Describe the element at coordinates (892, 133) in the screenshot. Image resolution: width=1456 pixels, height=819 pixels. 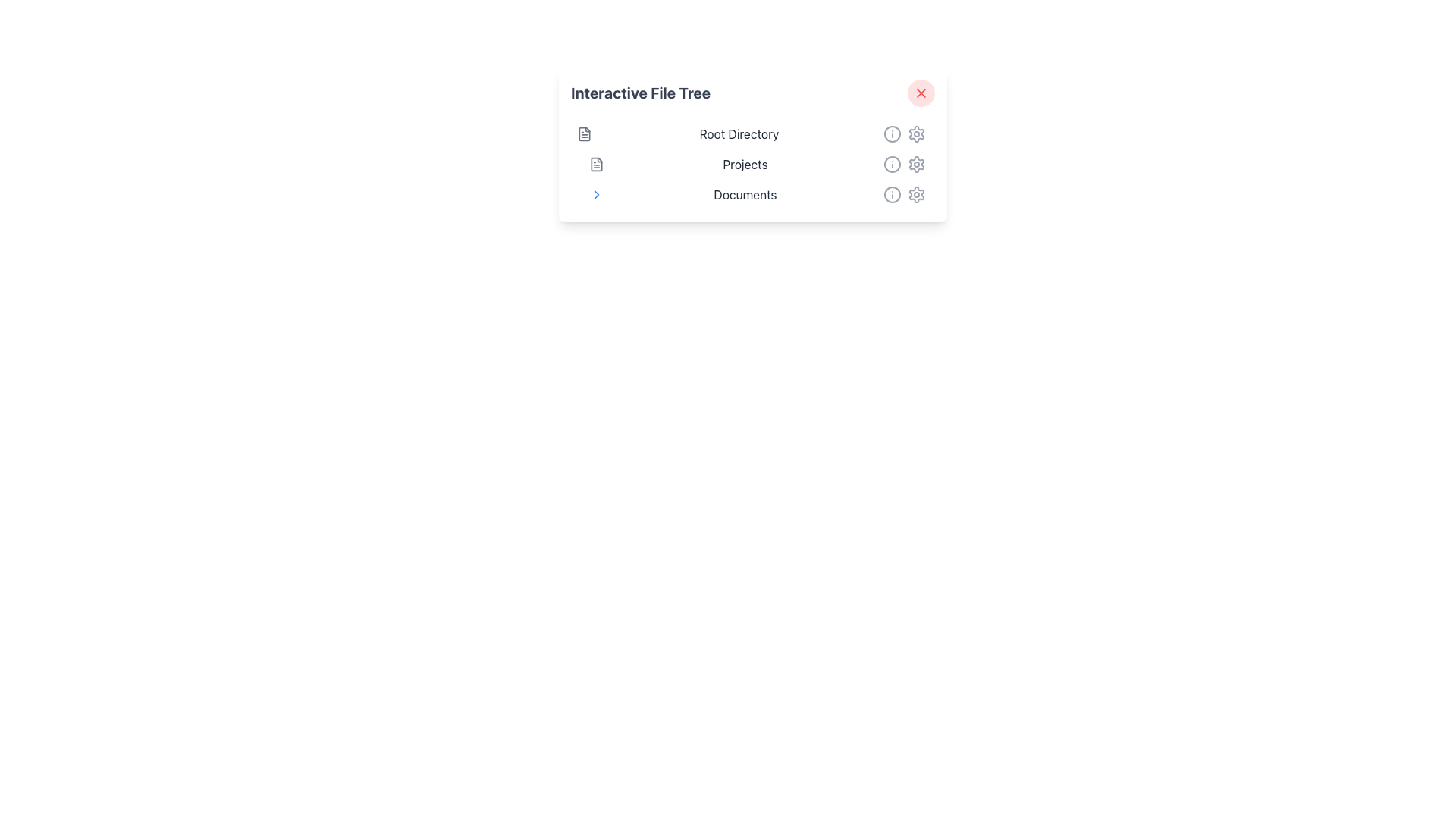
I see `the topmost circular icon within the icon set located on the right side of the interface bar` at that location.